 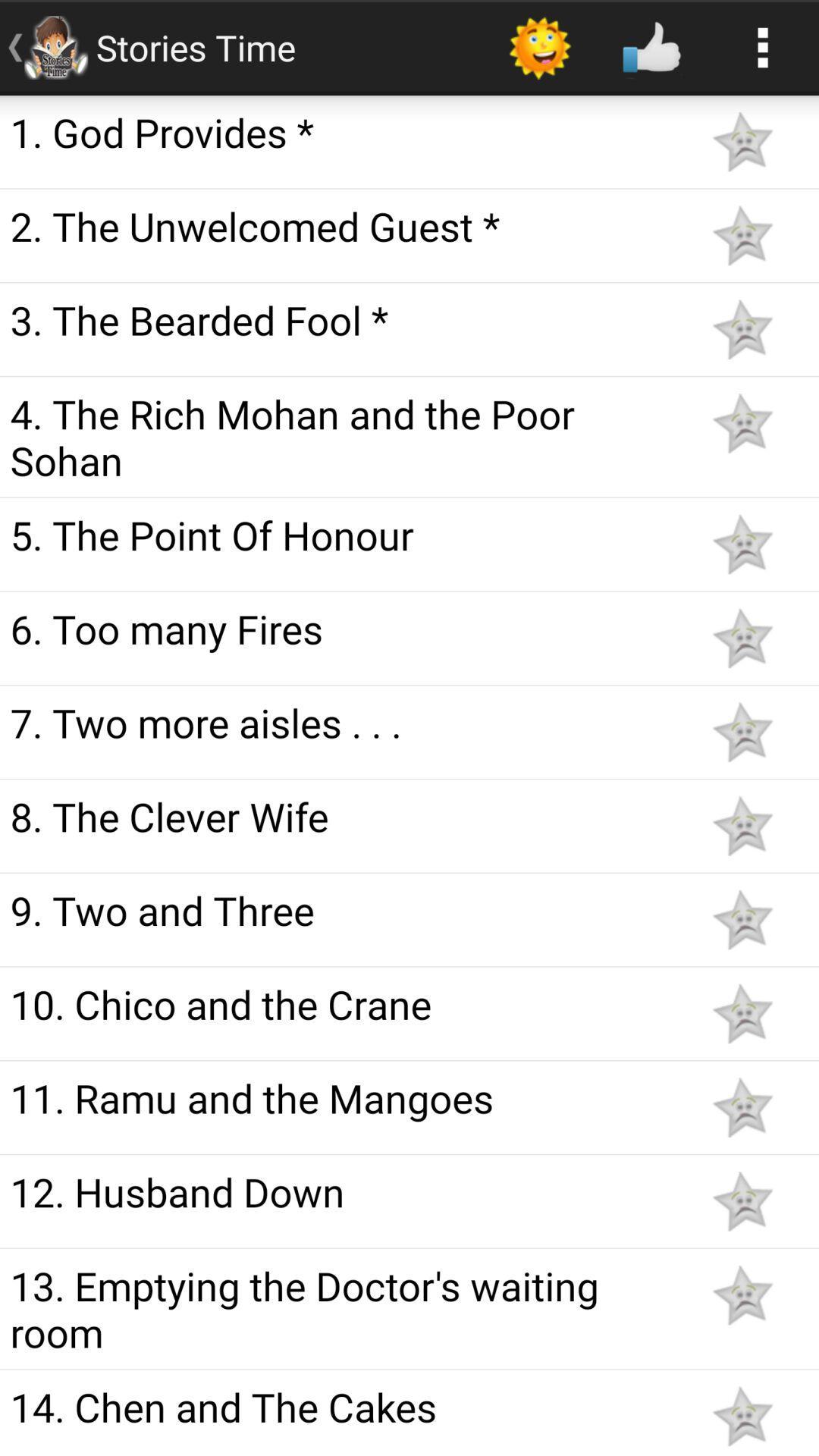 I want to click on 12. husband down, so click(x=343, y=1191).